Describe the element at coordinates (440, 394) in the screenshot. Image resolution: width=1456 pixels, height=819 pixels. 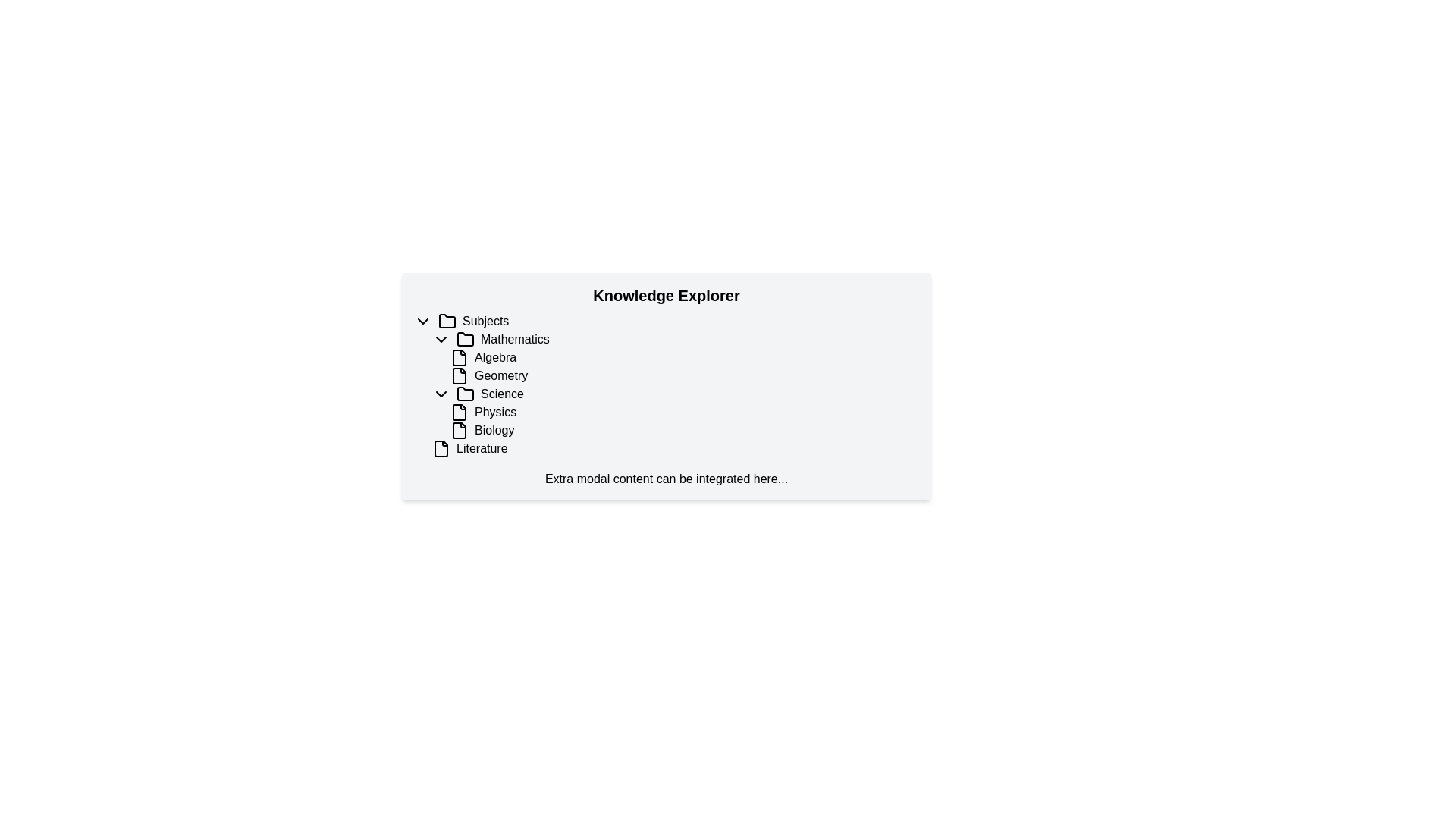
I see `the downward chevron icon` at that location.